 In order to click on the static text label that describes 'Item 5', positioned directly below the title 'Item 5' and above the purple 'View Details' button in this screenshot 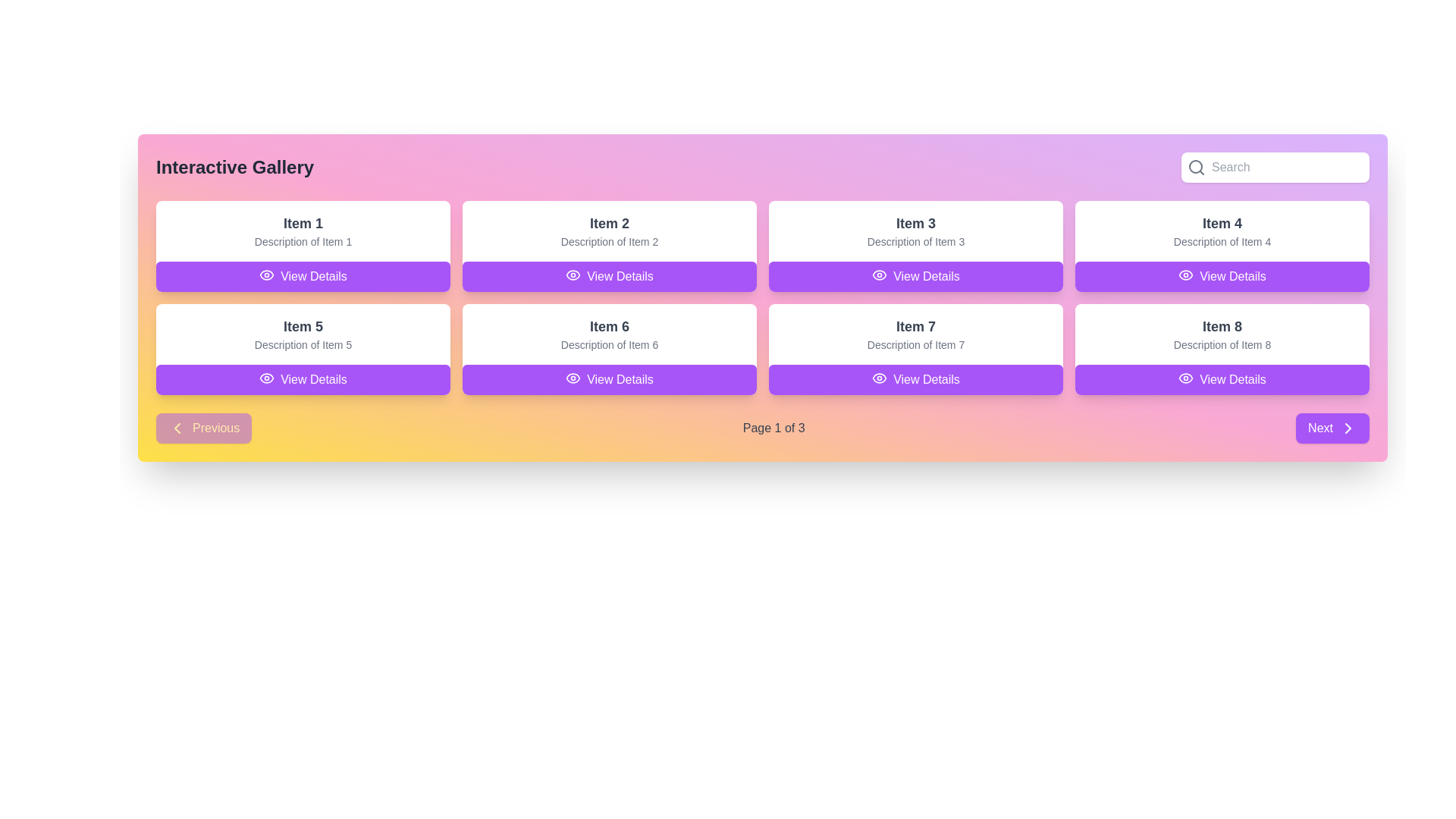, I will do `click(303, 345)`.